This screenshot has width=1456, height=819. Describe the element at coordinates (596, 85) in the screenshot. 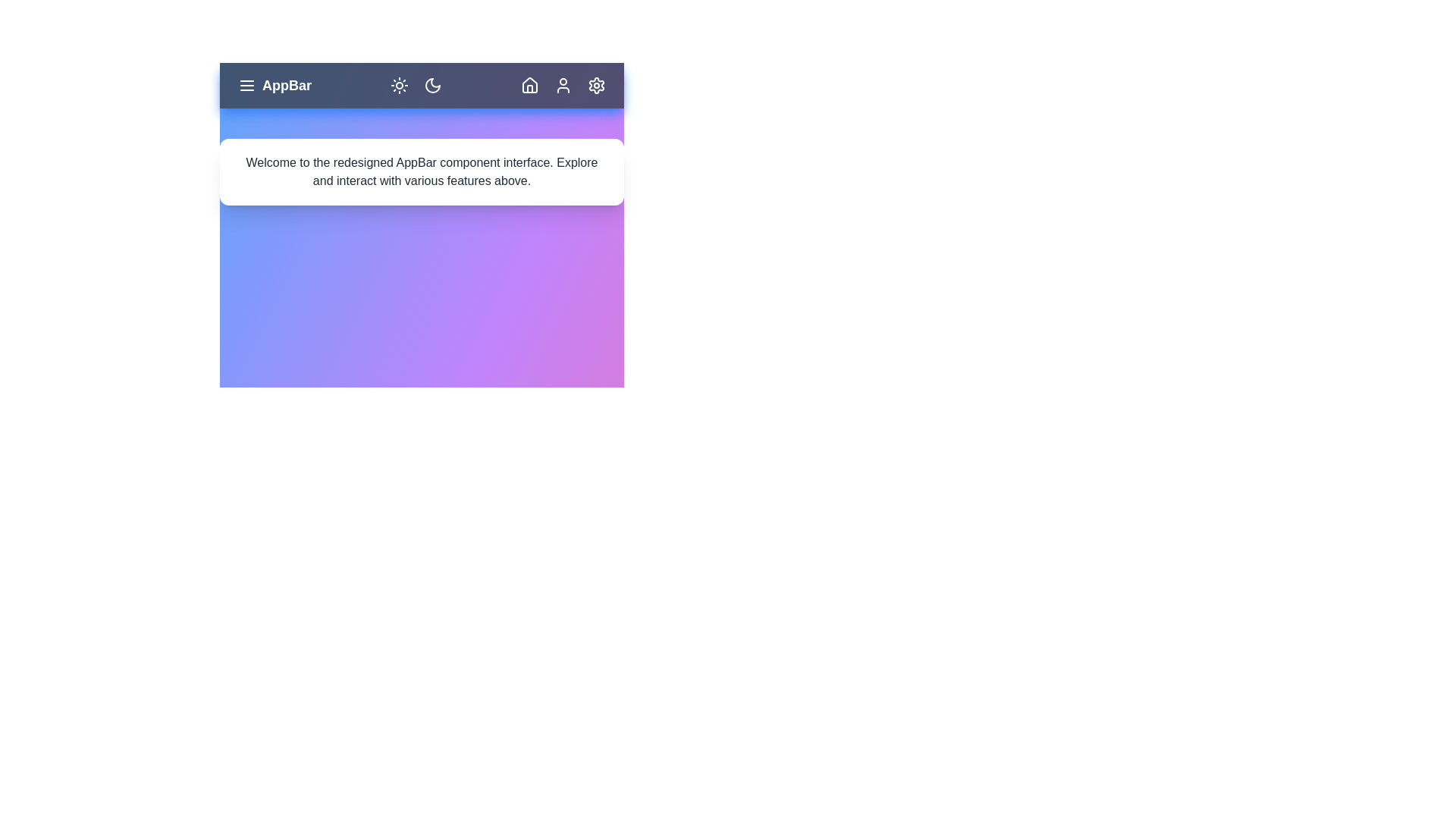

I see `the settings icon to open the application settings` at that location.